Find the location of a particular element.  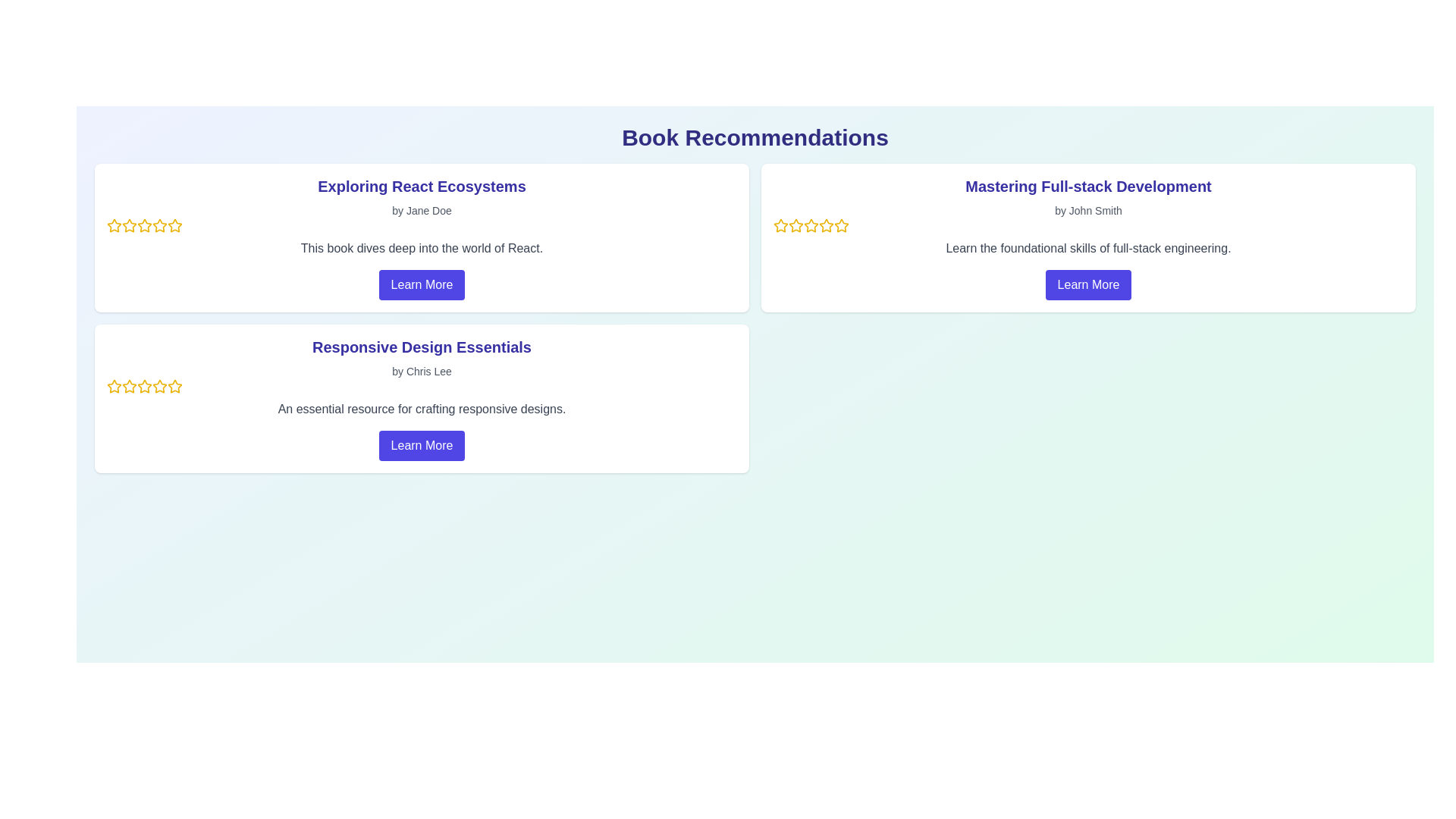

the second star from the left in the rating mechanism of the 'Responsive Design Essentials' card is located at coordinates (130, 385).